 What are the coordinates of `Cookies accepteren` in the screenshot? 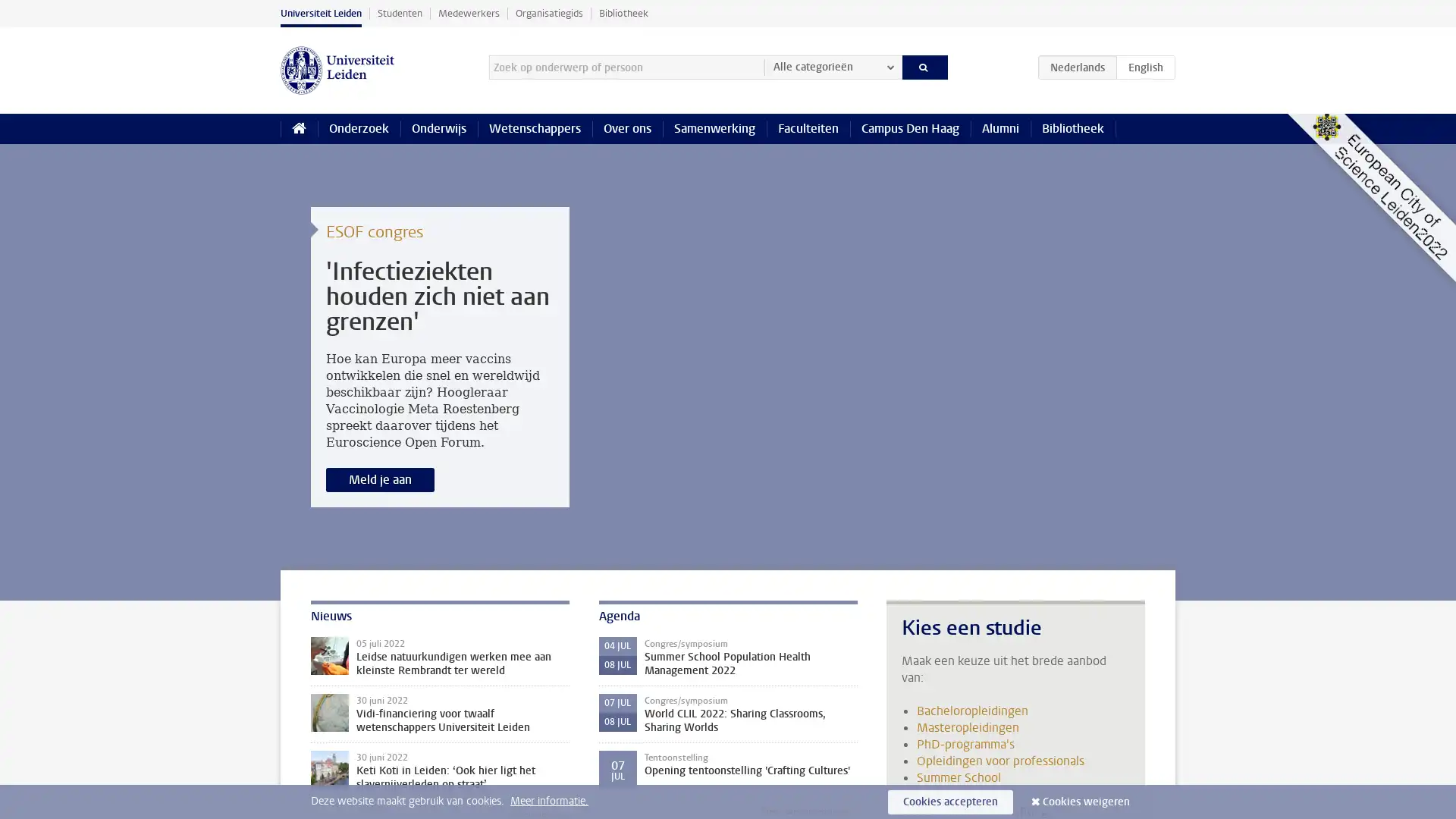 It's located at (949, 801).